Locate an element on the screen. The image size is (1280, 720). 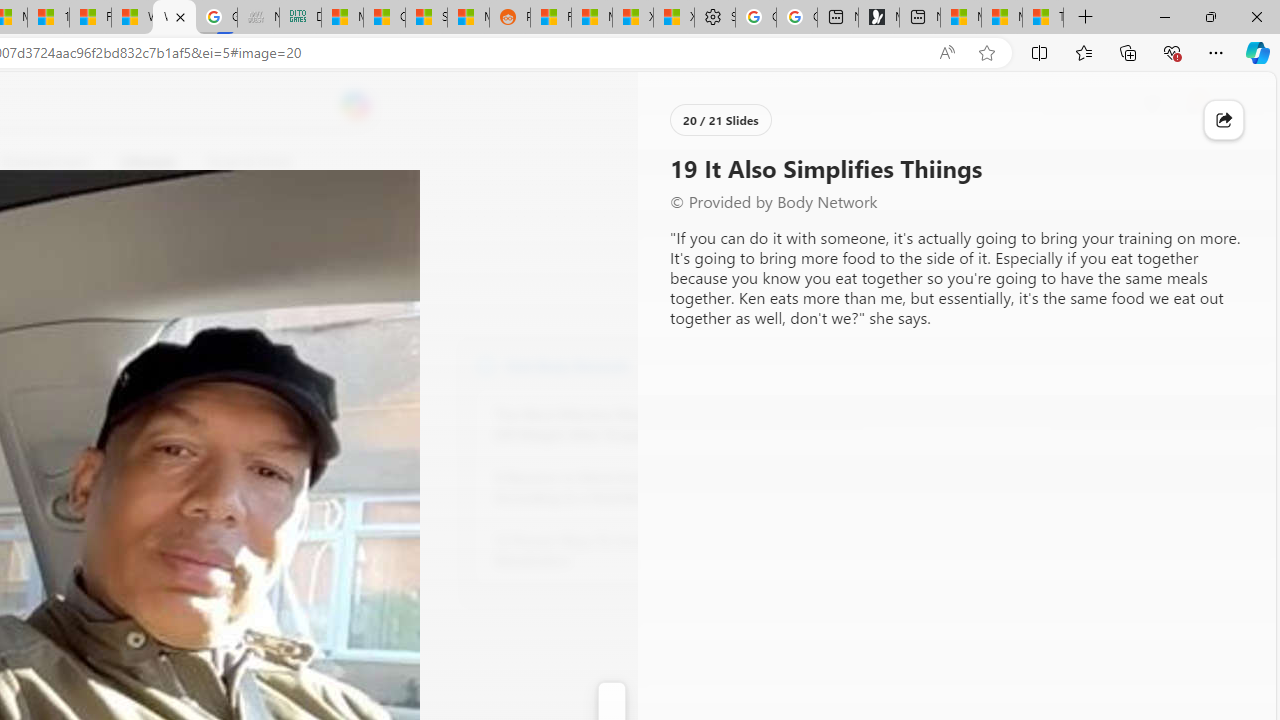
'DITOGAMES AG Imprint' is located at coordinates (299, 17).